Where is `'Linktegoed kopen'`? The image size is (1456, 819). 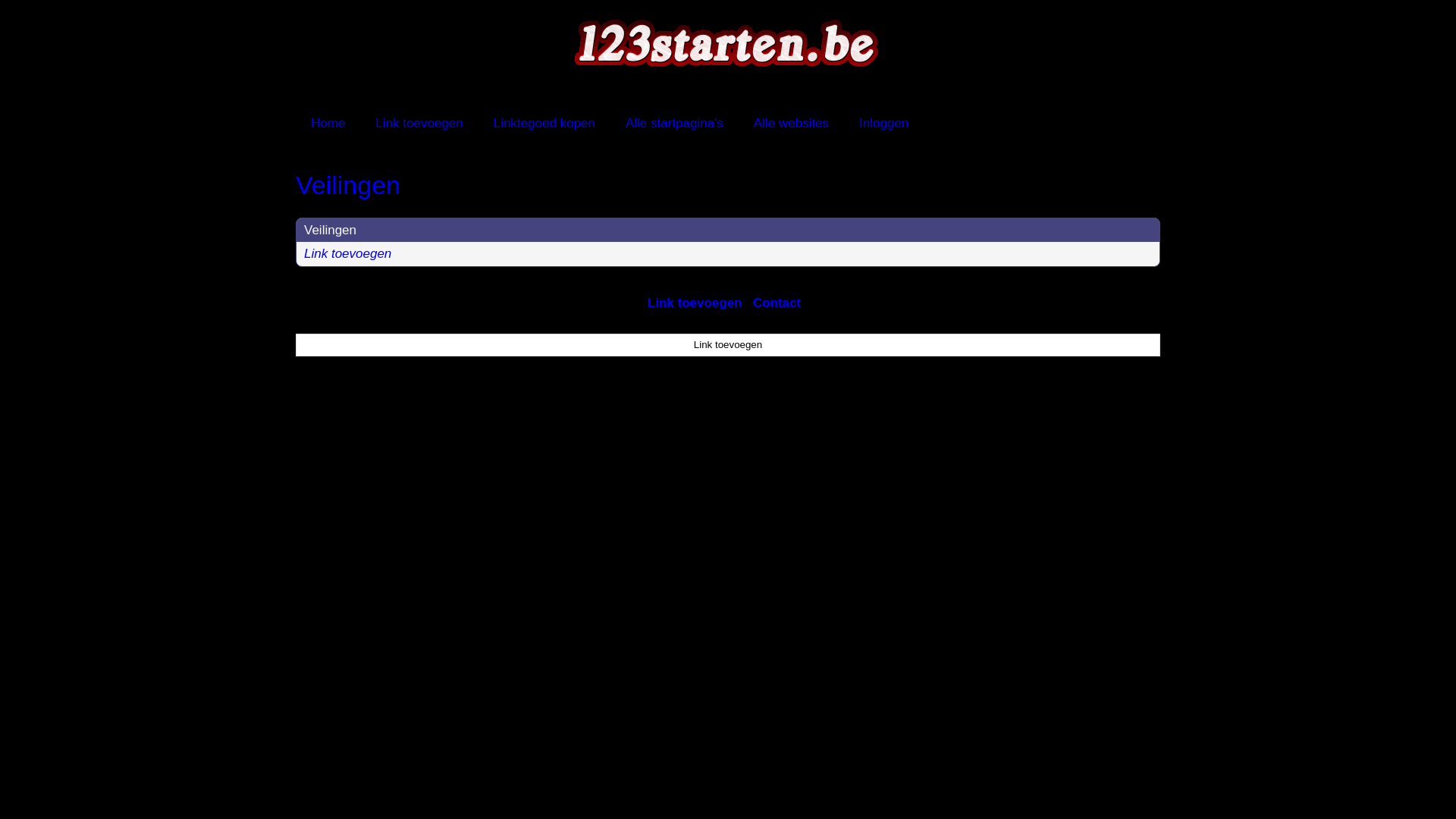 'Linktegoed kopen' is located at coordinates (477, 122).